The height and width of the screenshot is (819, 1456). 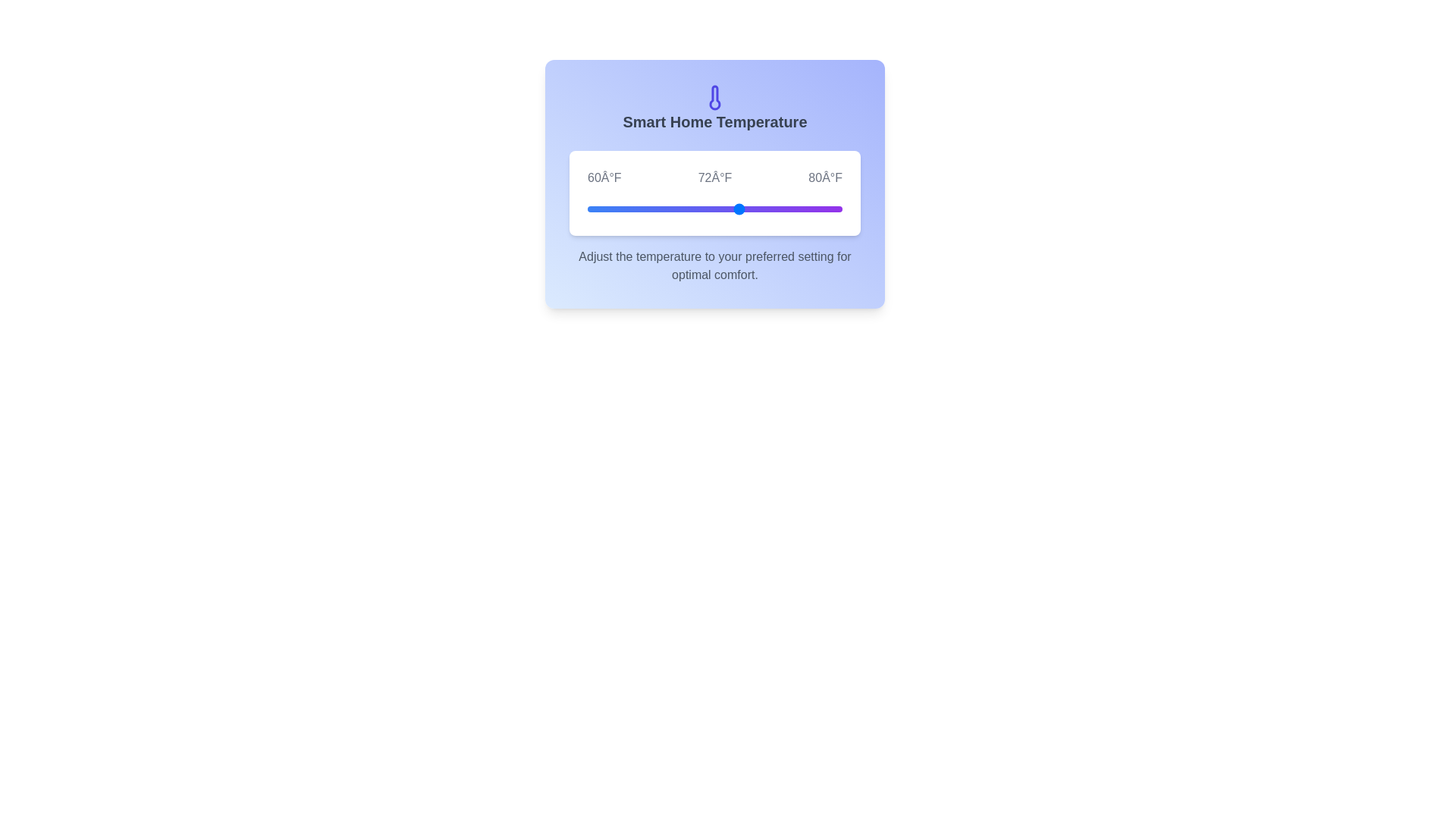 What do you see at coordinates (651, 209) in the screenshot?
I see `the temperature slider to 65°F` at bounding box center [651, 209].